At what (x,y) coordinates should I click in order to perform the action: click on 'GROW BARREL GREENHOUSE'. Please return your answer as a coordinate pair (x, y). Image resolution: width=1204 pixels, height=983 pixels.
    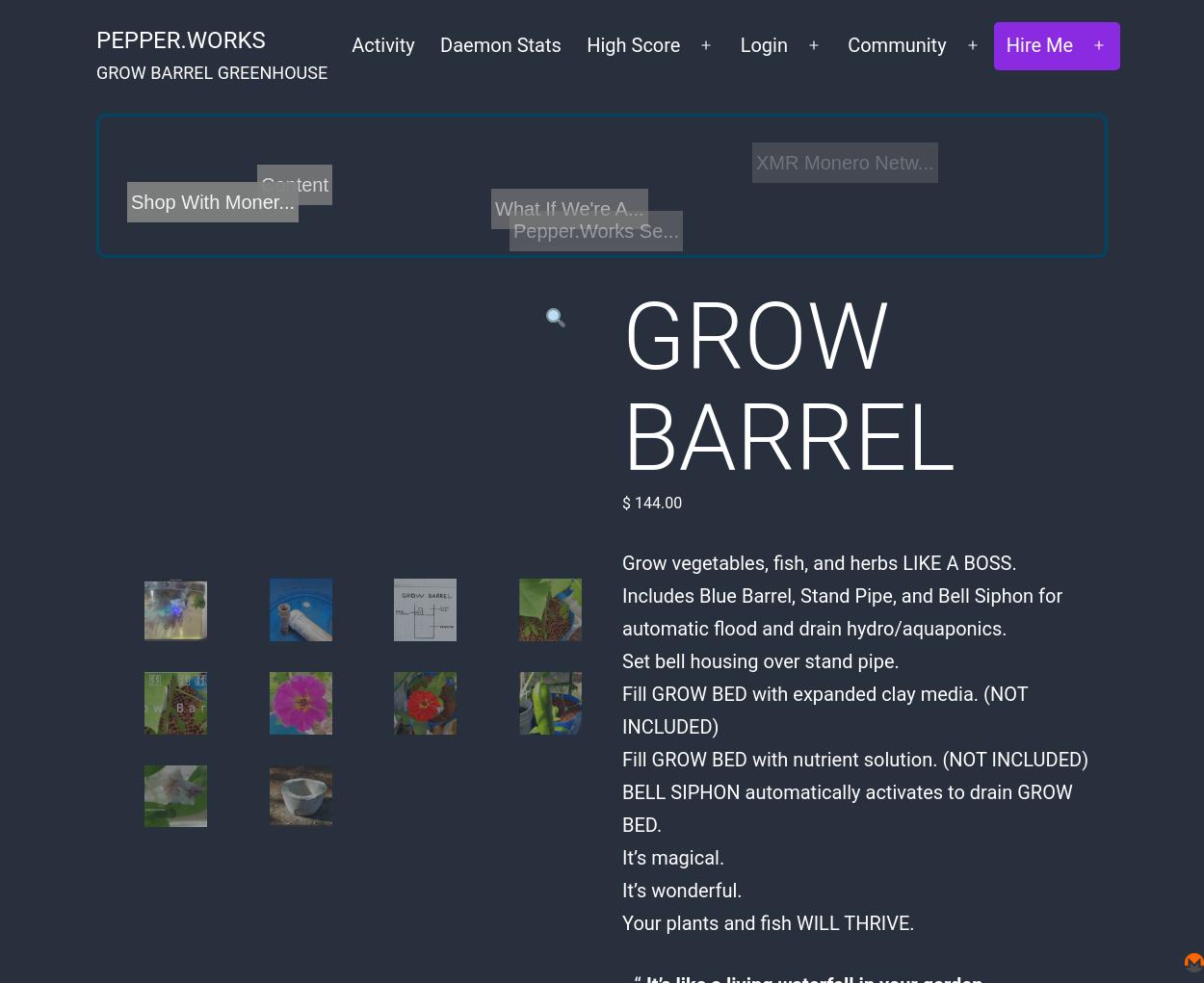
    Looking at the image, I should click on (211, 71).